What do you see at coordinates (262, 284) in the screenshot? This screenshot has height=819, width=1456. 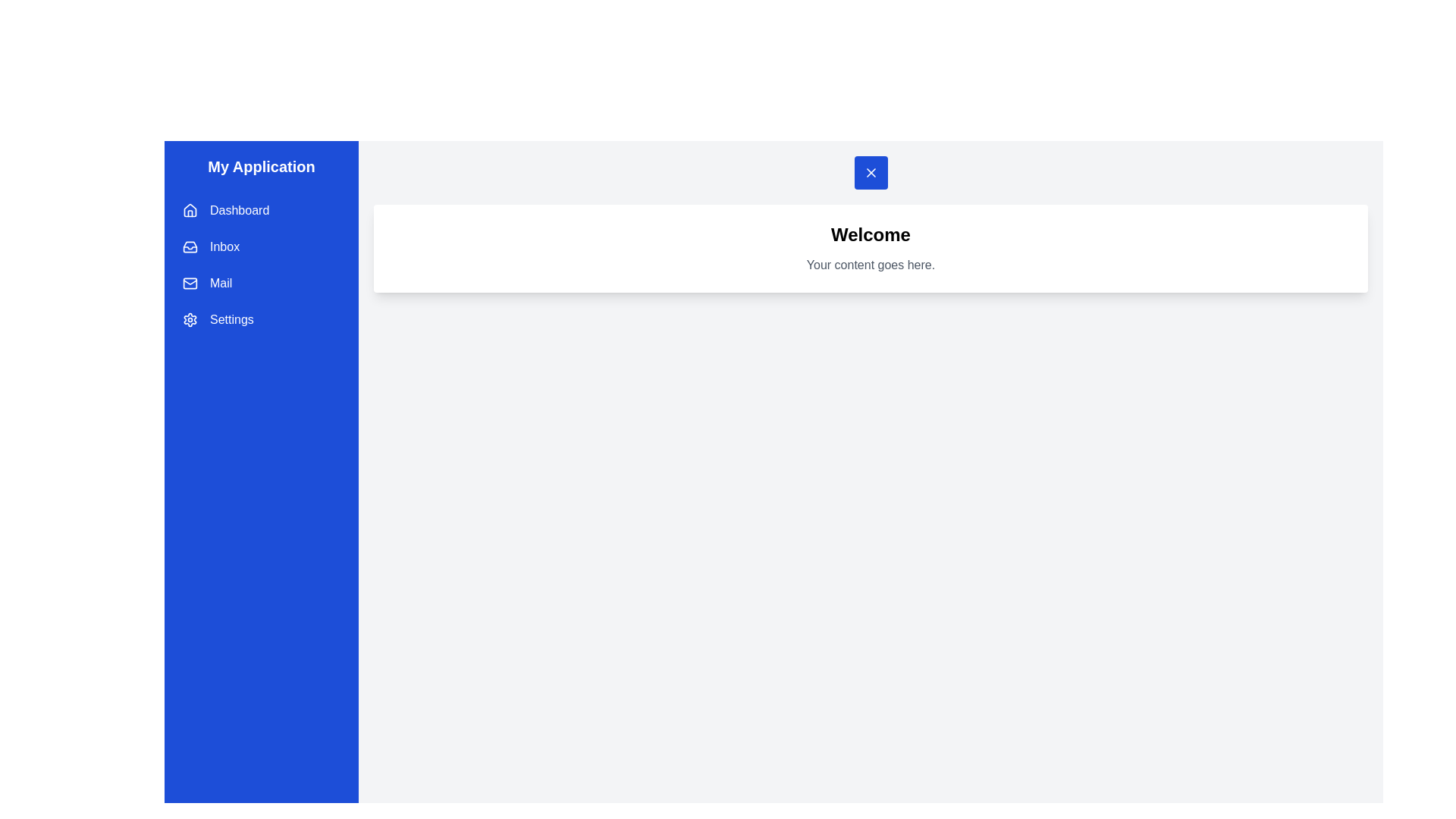 I see `the drawer menu item labeled Mail` at bounding box center [262, 284].